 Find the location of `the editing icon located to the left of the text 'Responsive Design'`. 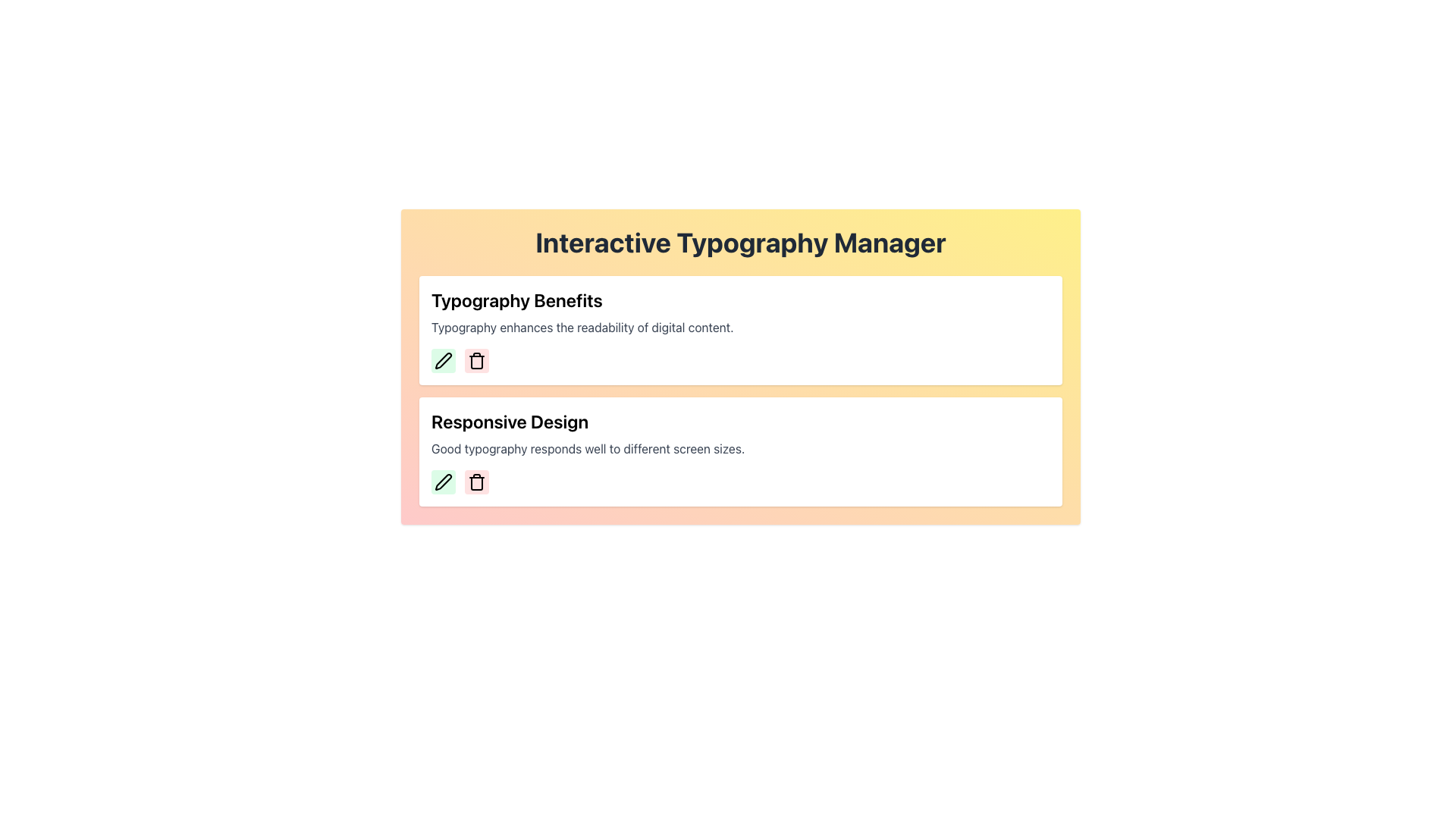

the editing icon located to the left of the text 'Responsive Design' is located at coordinates (443, 360).